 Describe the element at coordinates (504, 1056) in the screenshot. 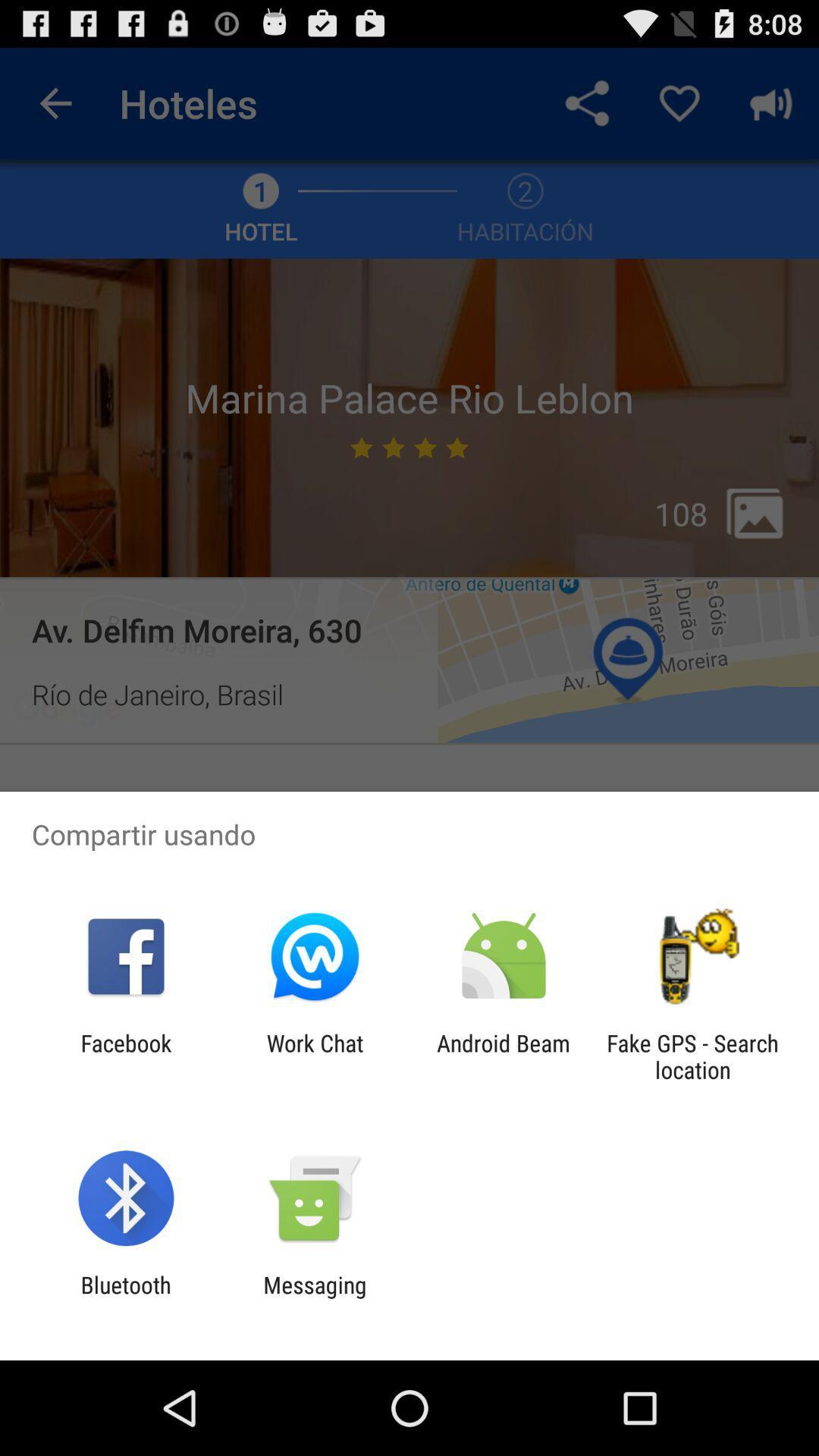

I see `the icon next to the work chat item` at that location.